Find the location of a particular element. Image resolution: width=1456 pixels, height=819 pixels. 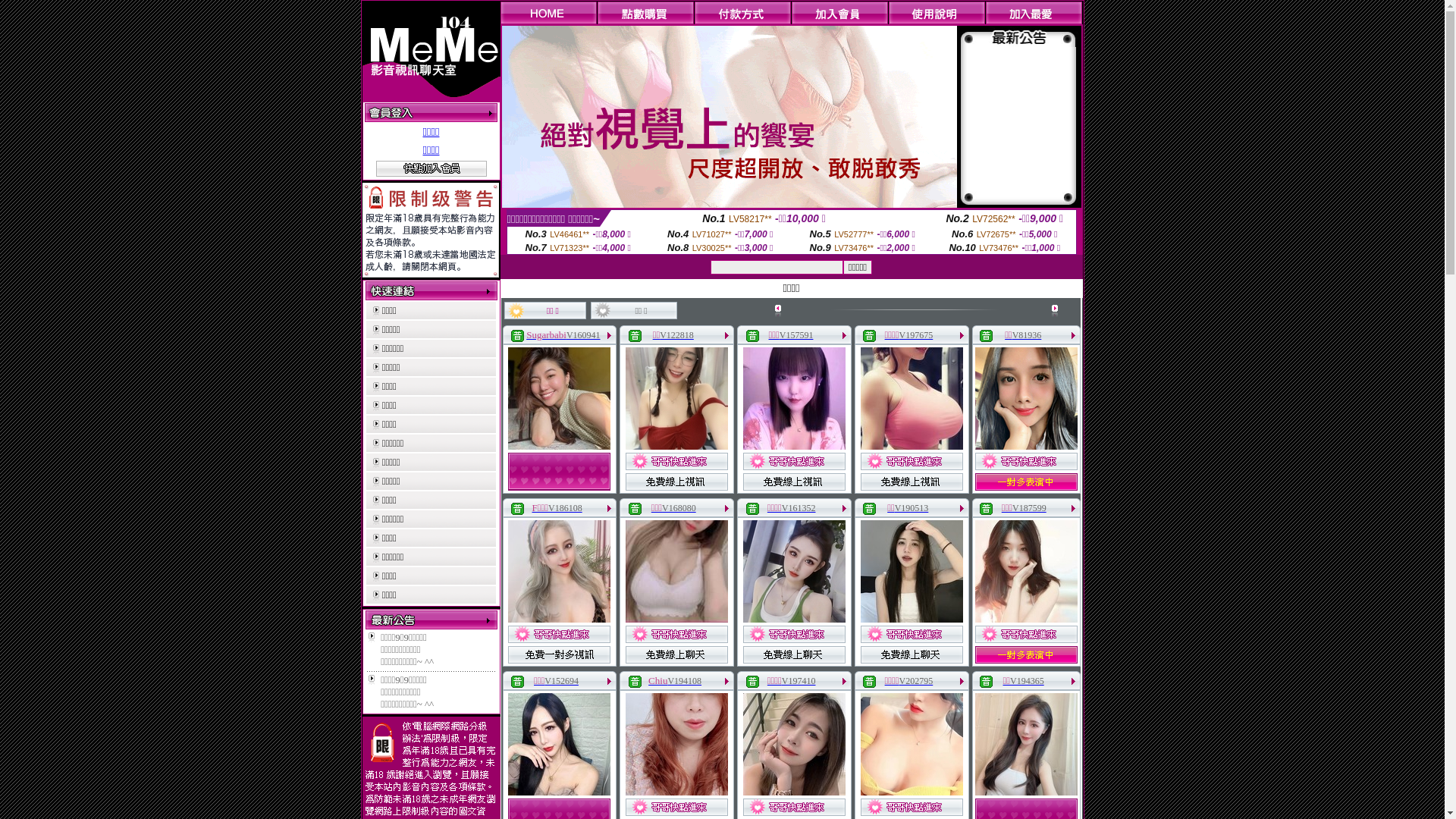

'V168080' is located at coordinates (678, 508).